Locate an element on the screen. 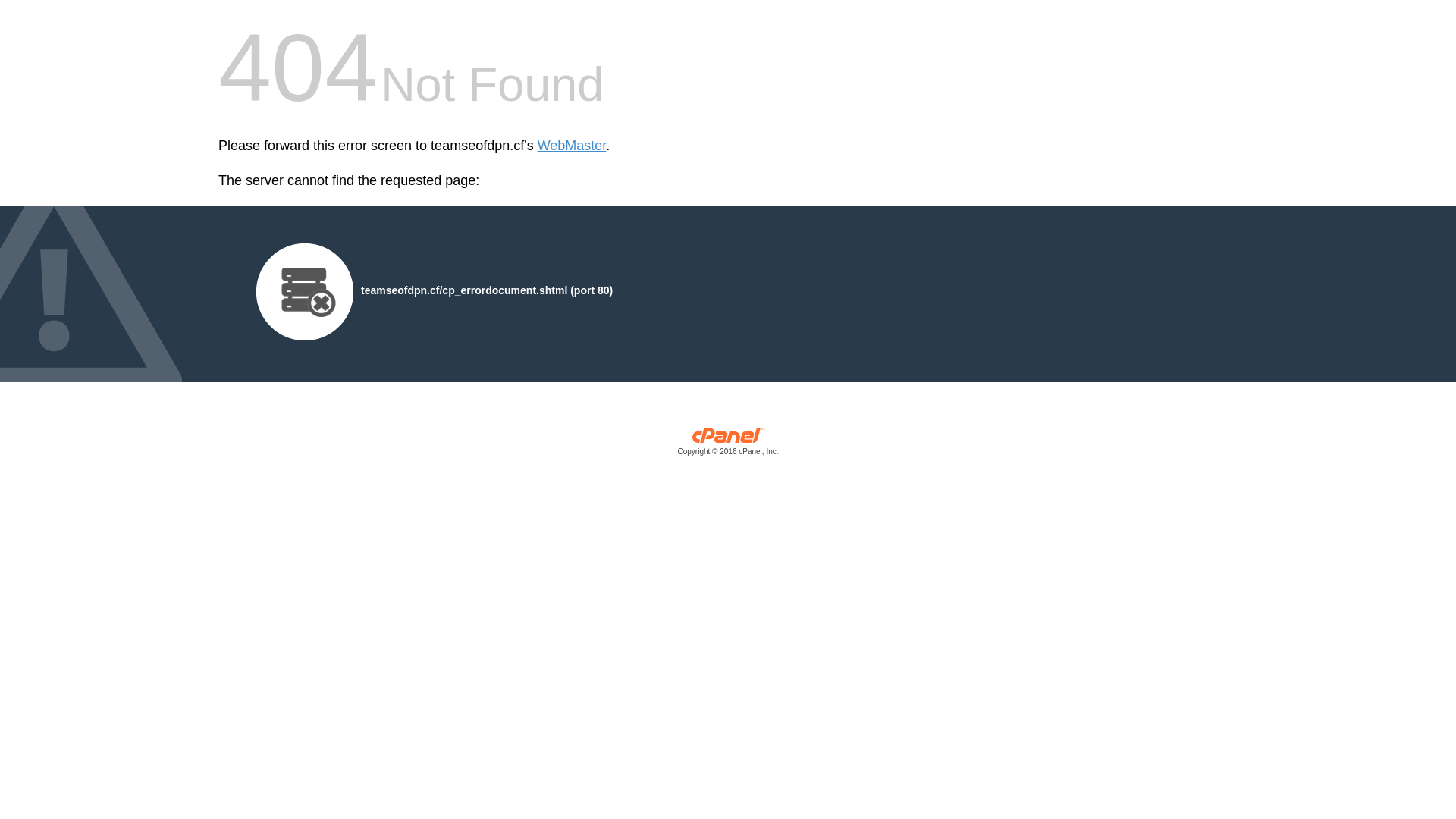  'WebMaster' is located at coordinates (571, 146).